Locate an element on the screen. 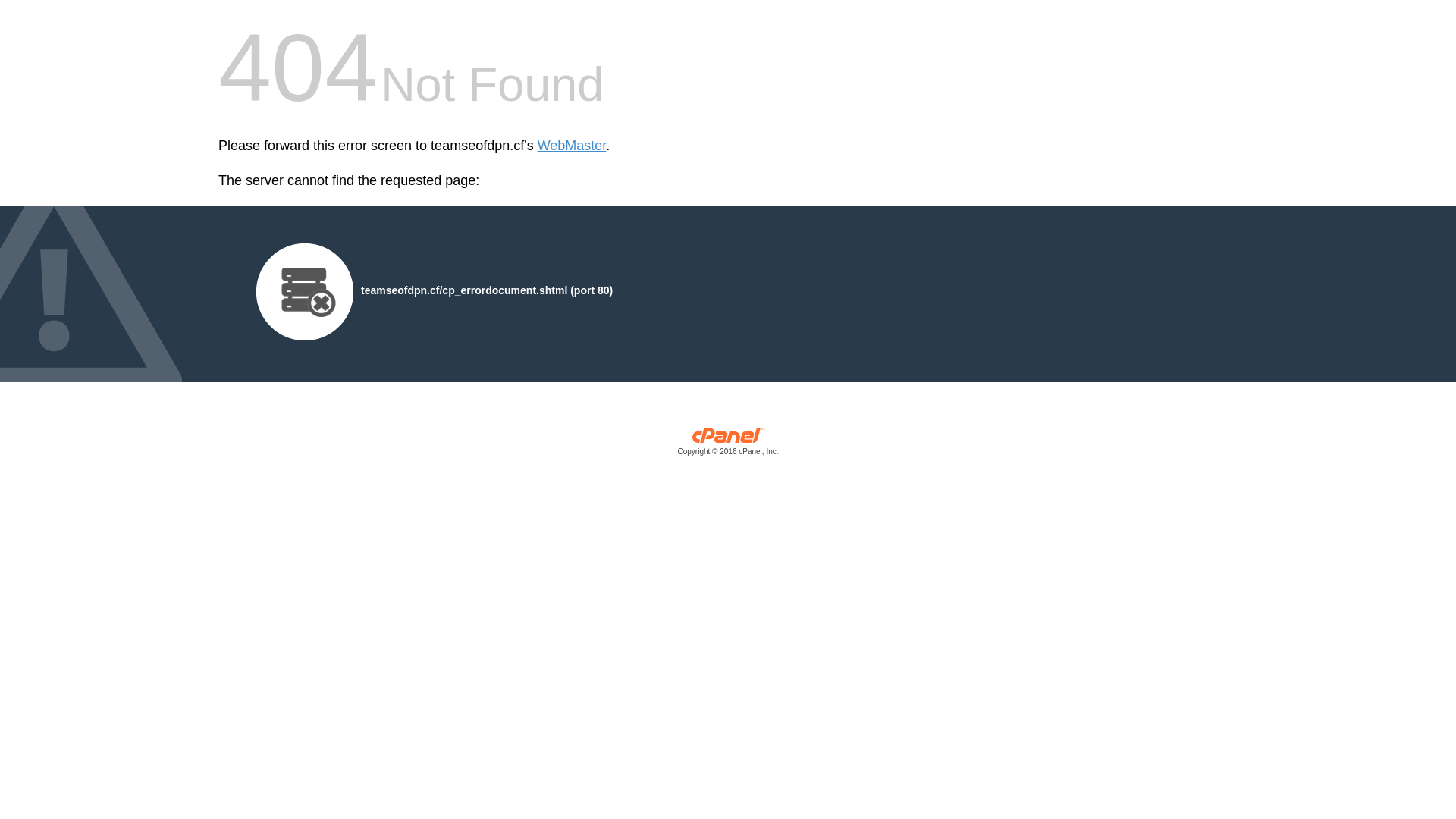  'WebMaster' is located at coordinates (571, 146).